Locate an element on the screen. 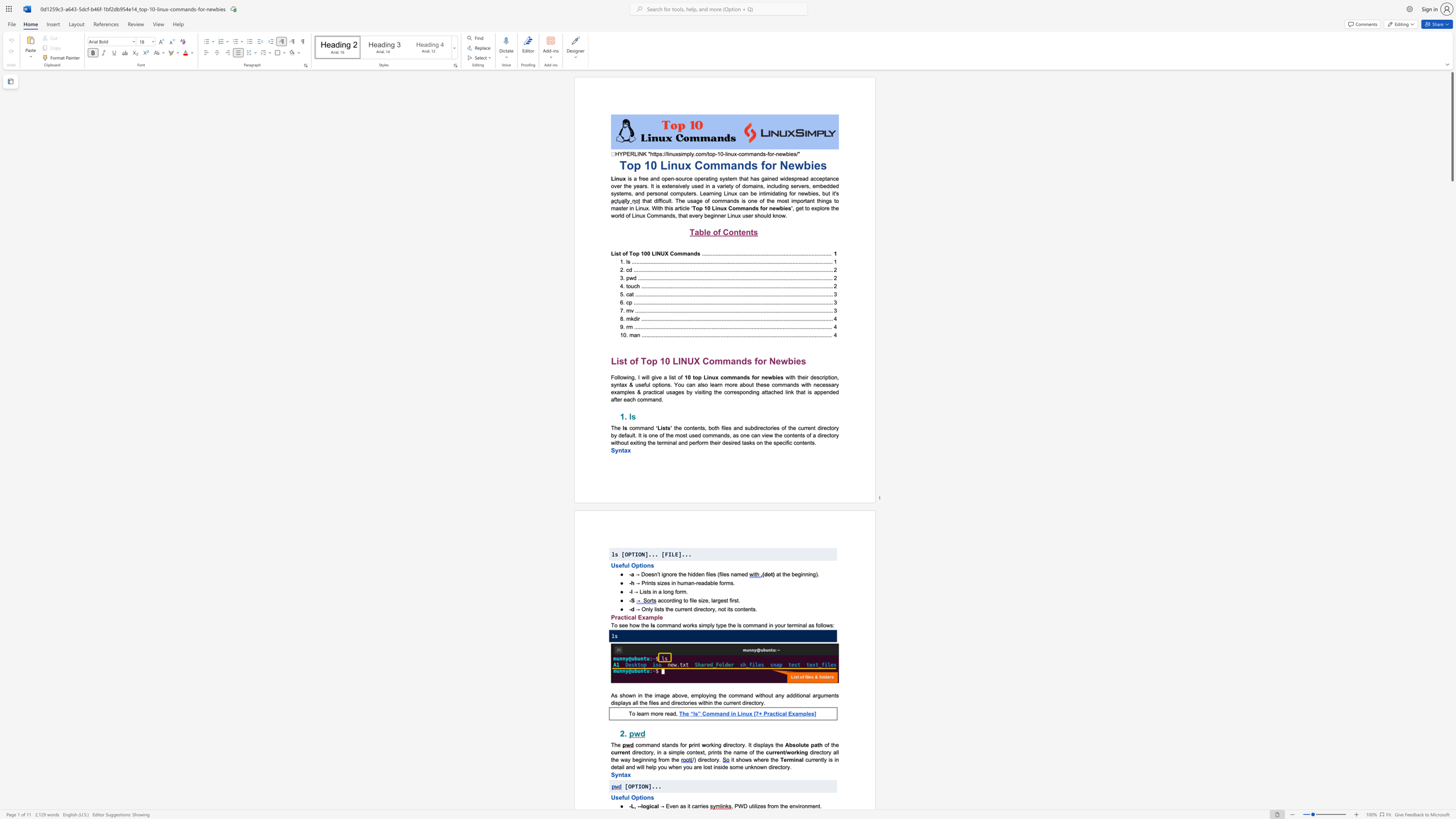  the 2th character "c" in the text is located at coordinates (630, 617).